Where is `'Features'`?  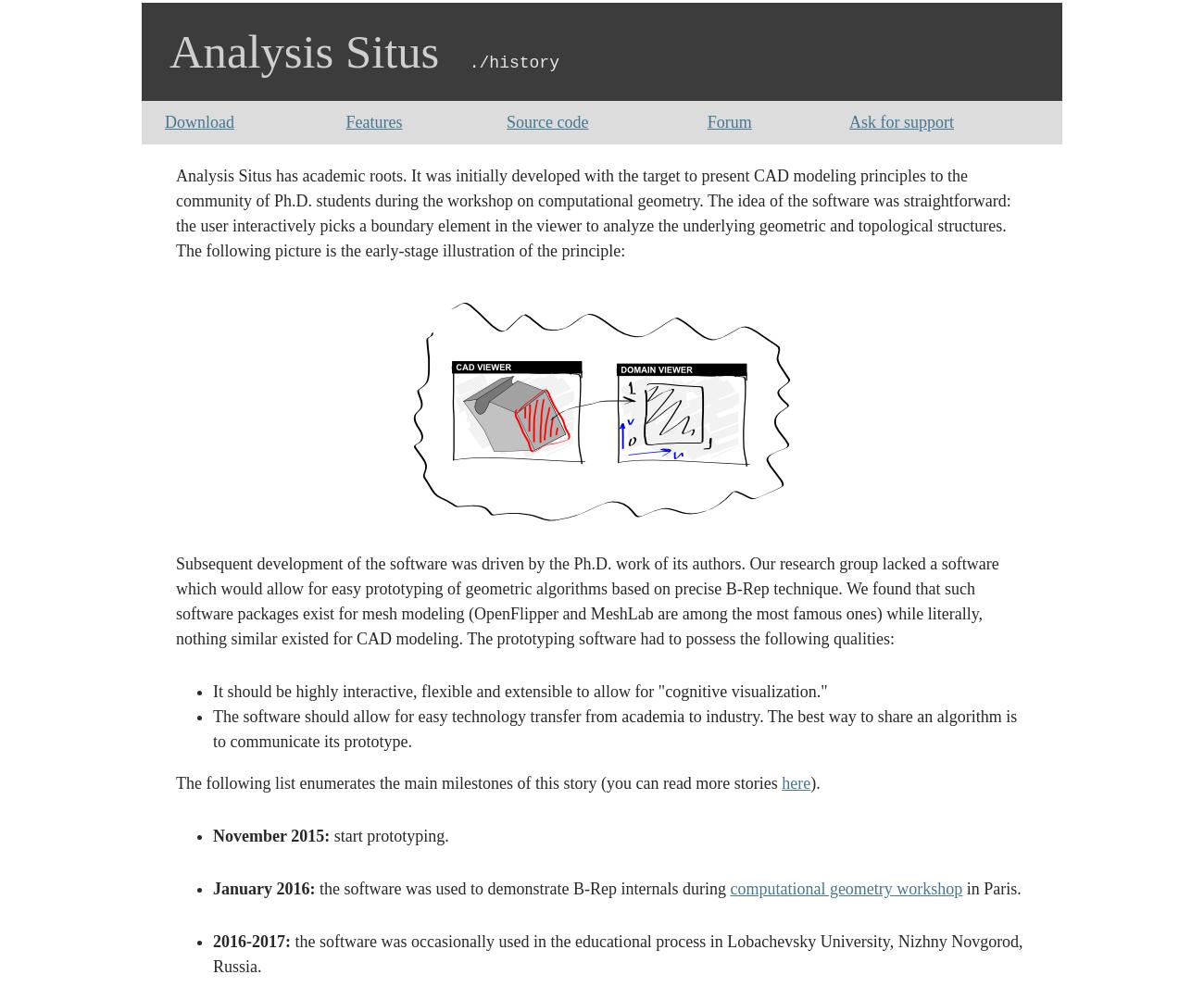
'Features' is located at coordinates (344, 120).